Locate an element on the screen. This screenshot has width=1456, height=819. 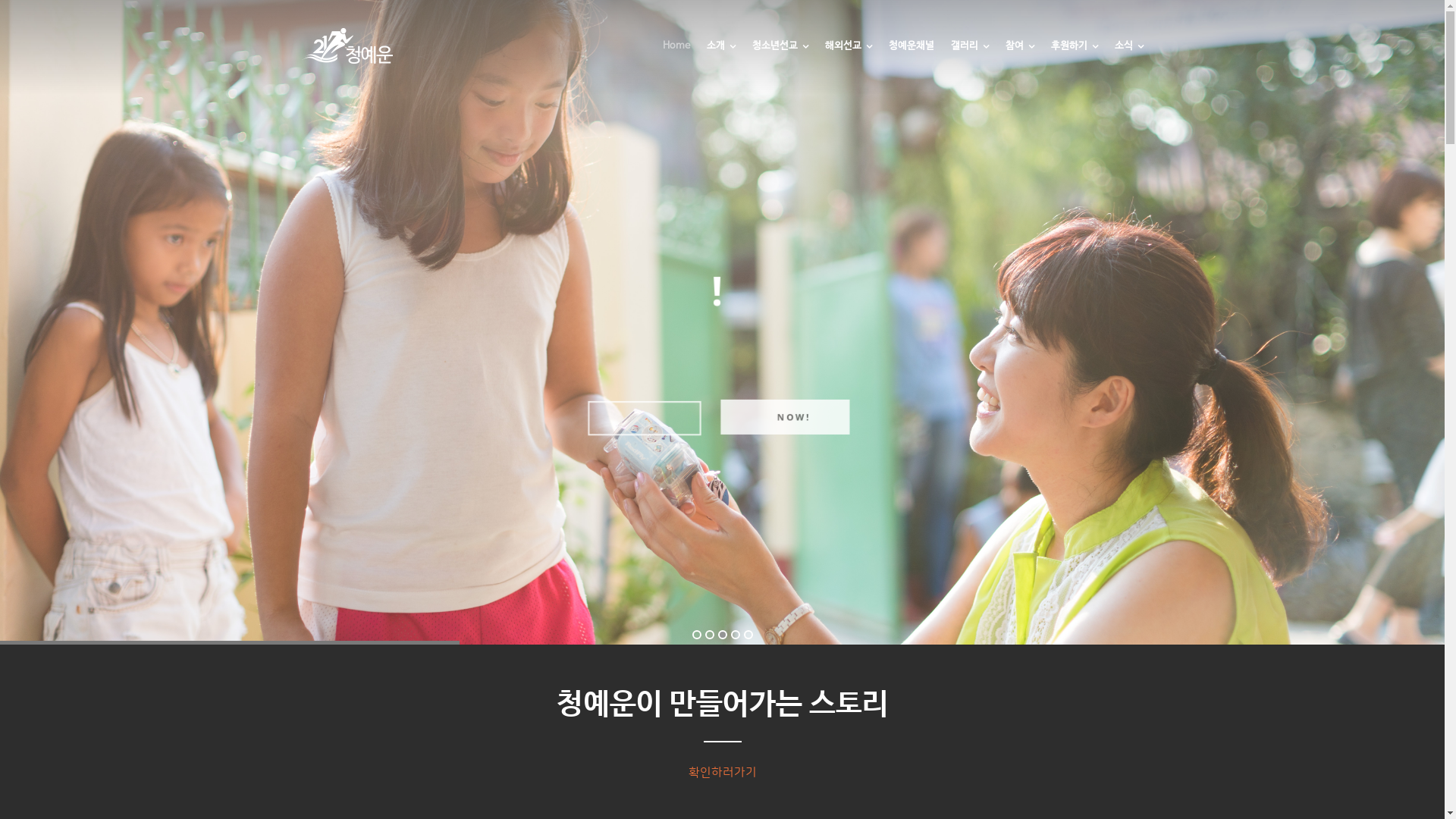
'Home' is located at coordinates (676, 57).